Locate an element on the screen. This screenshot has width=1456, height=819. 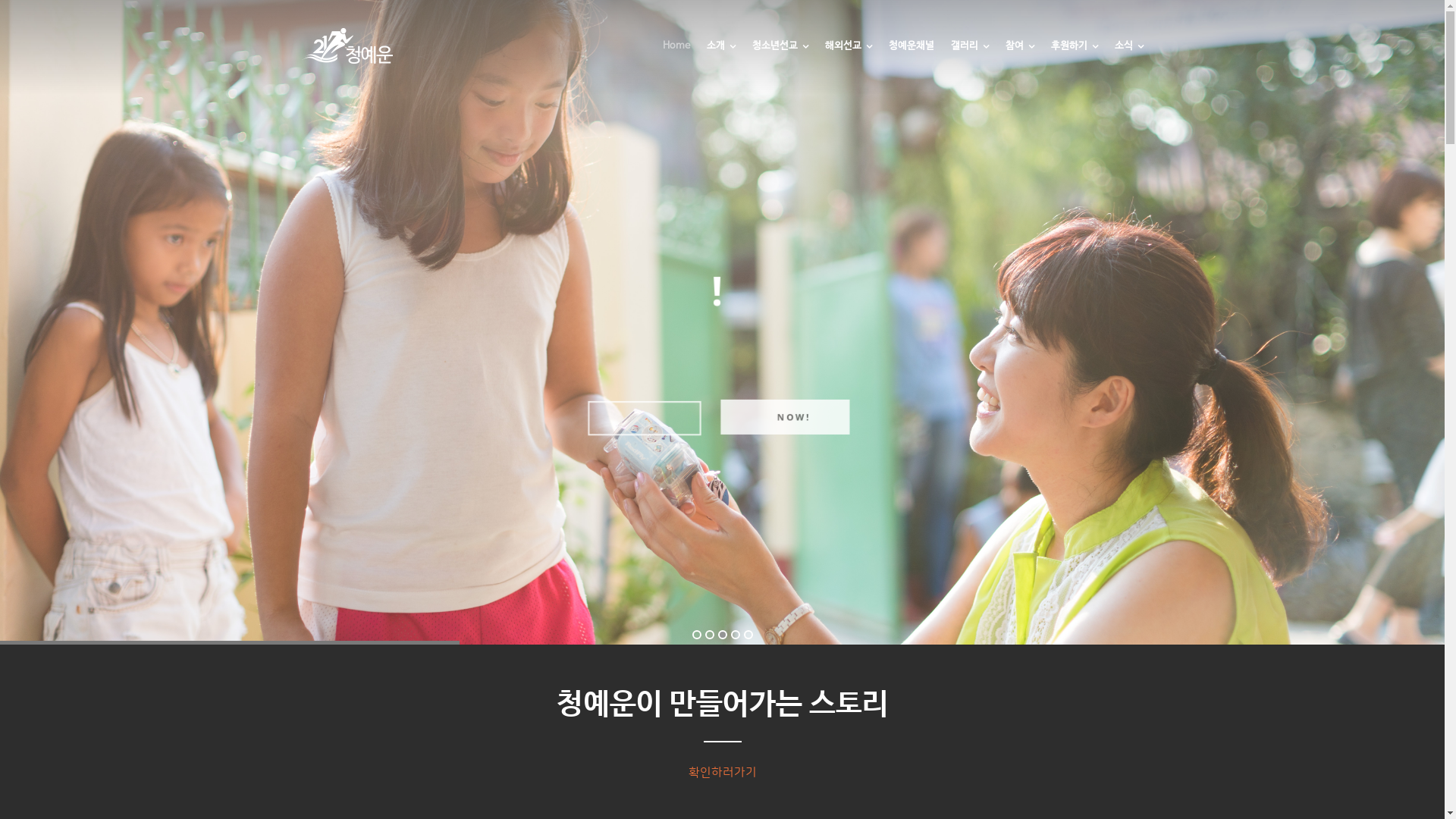
'Home' is located at coordinates (676, 57).